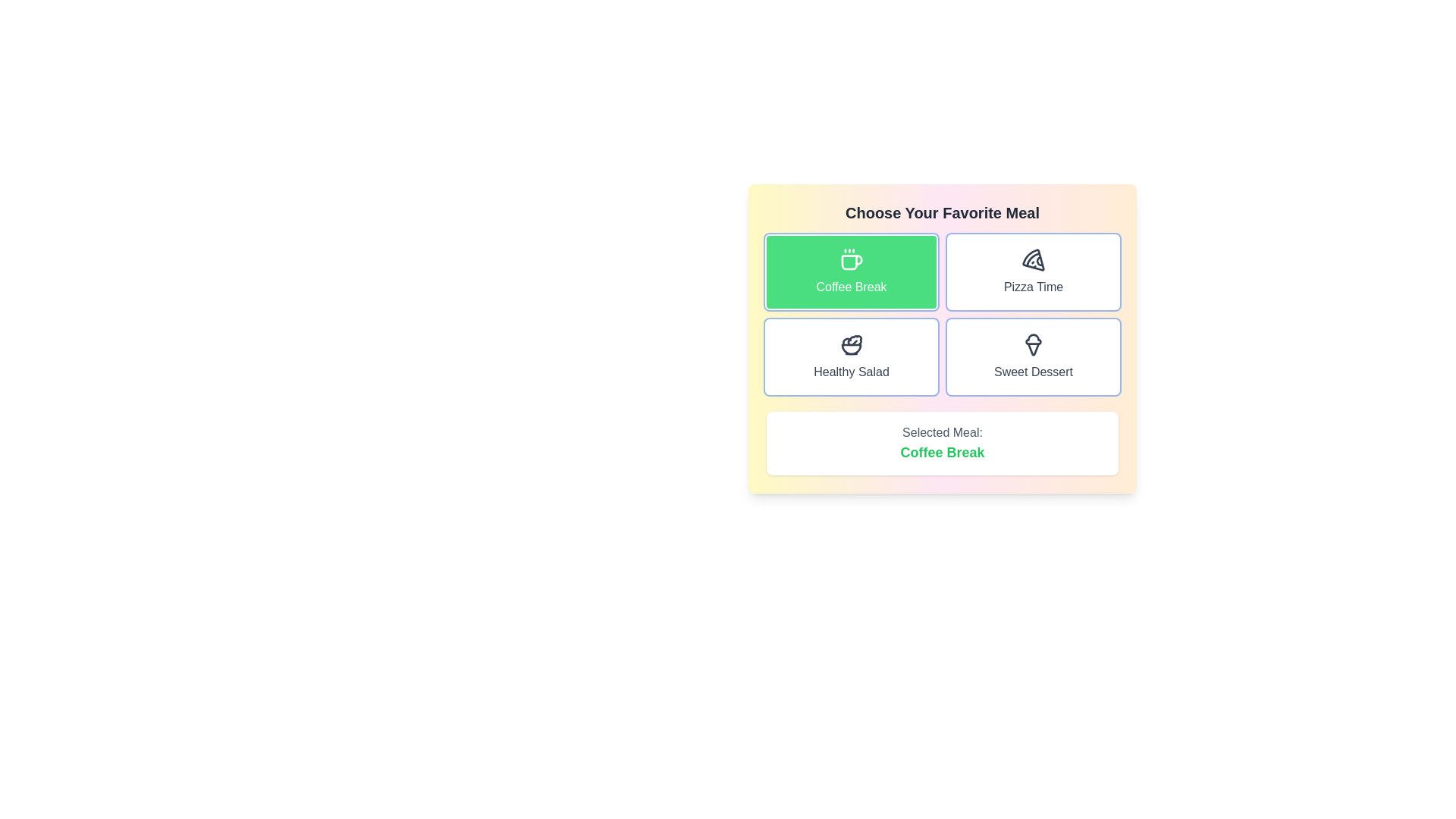 The width and height of the screenshot is (1456, 819). Describe the element at coordinates (1033, 356) in the screenshot. I see `the button labeled Sweet Dessert to view its hover effect` at that location.